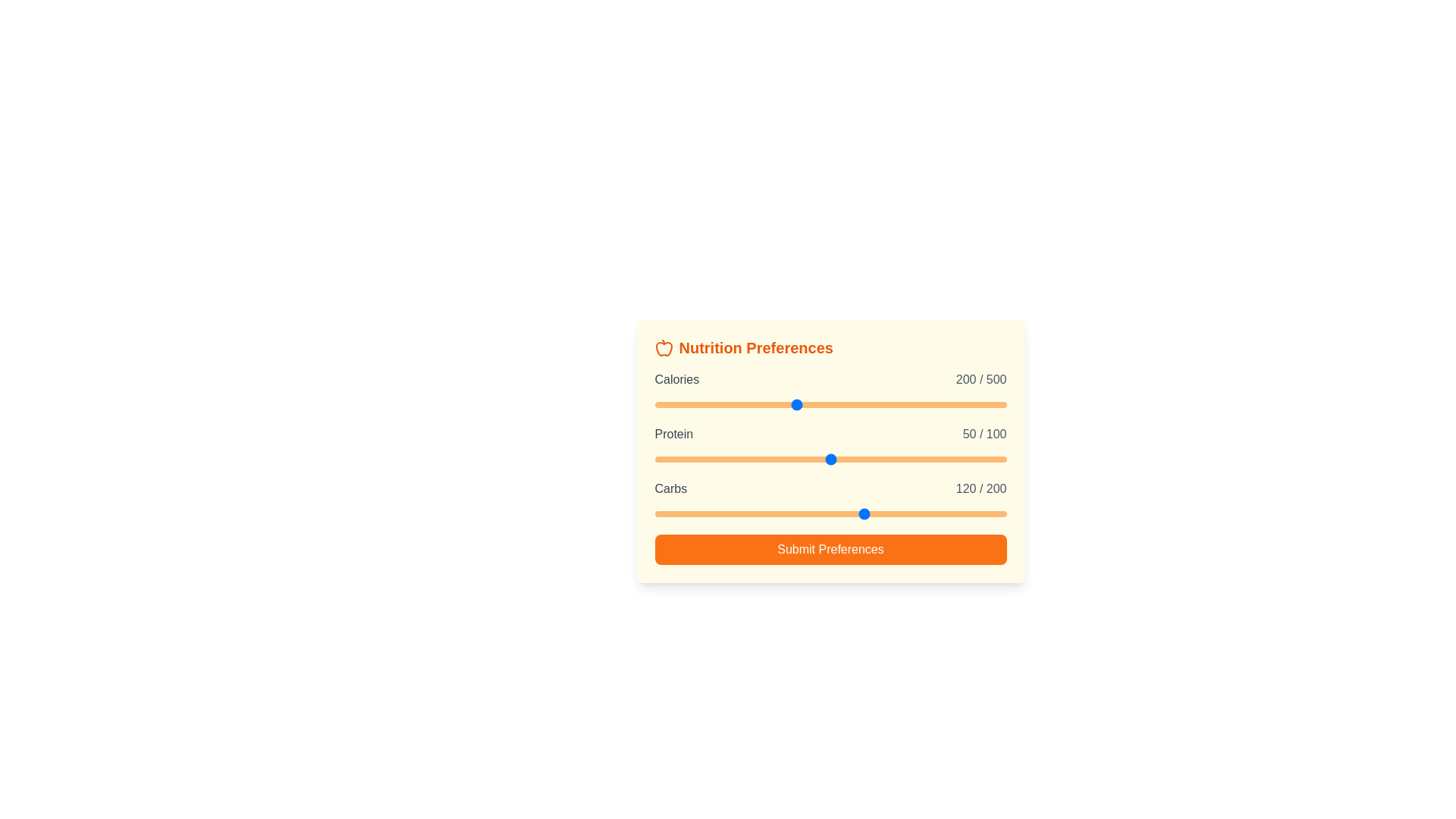 This screenshot has width=1456, height=819. Describe the element at coordinates (788, 458) in the screenshot. I see `the protein intake value` at that location.